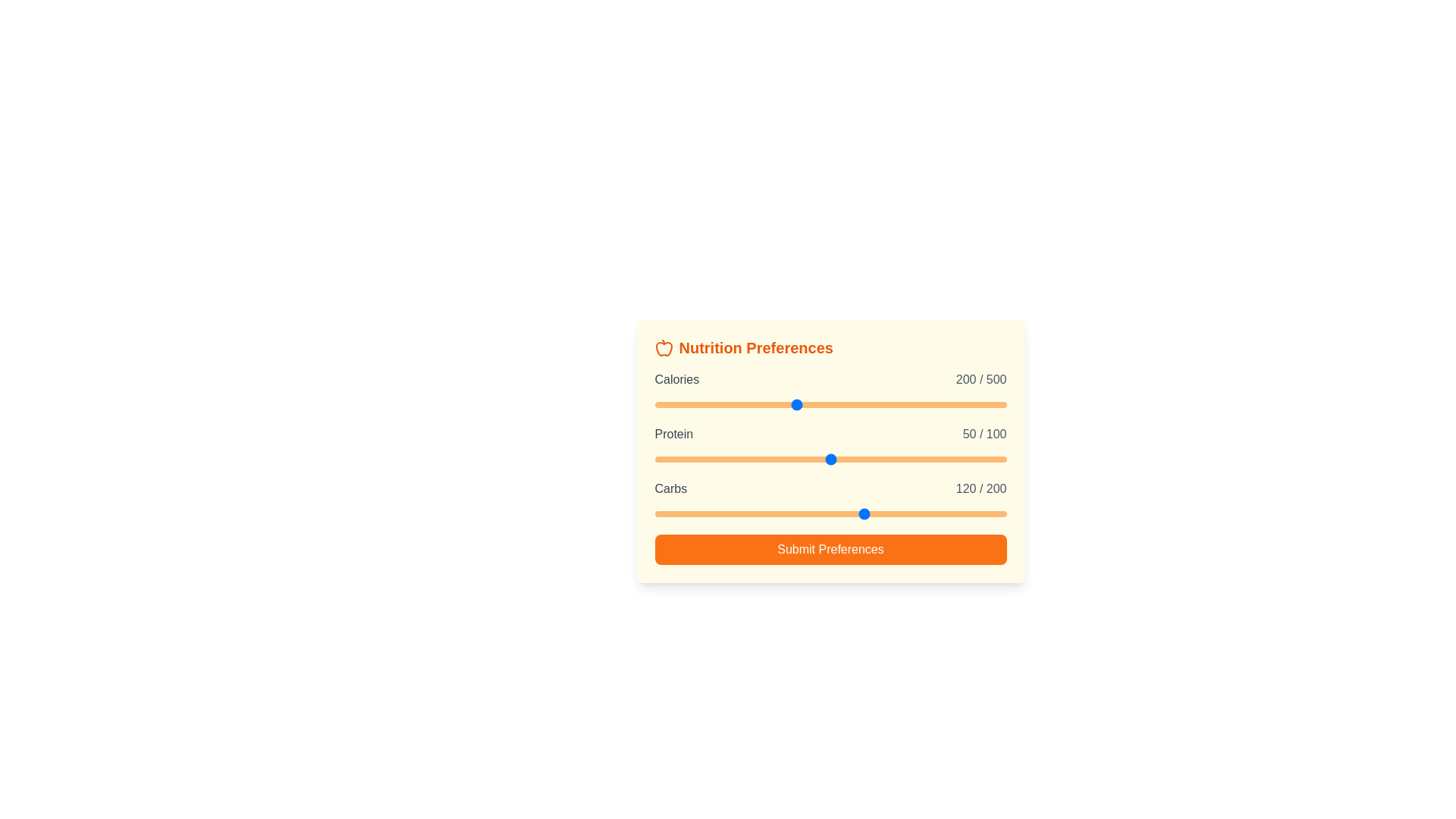 This screenshot has width=1456, height=819. Describe the element at coordinates (788, 458) in the screenshot. I see `the protein intake value` at that location.